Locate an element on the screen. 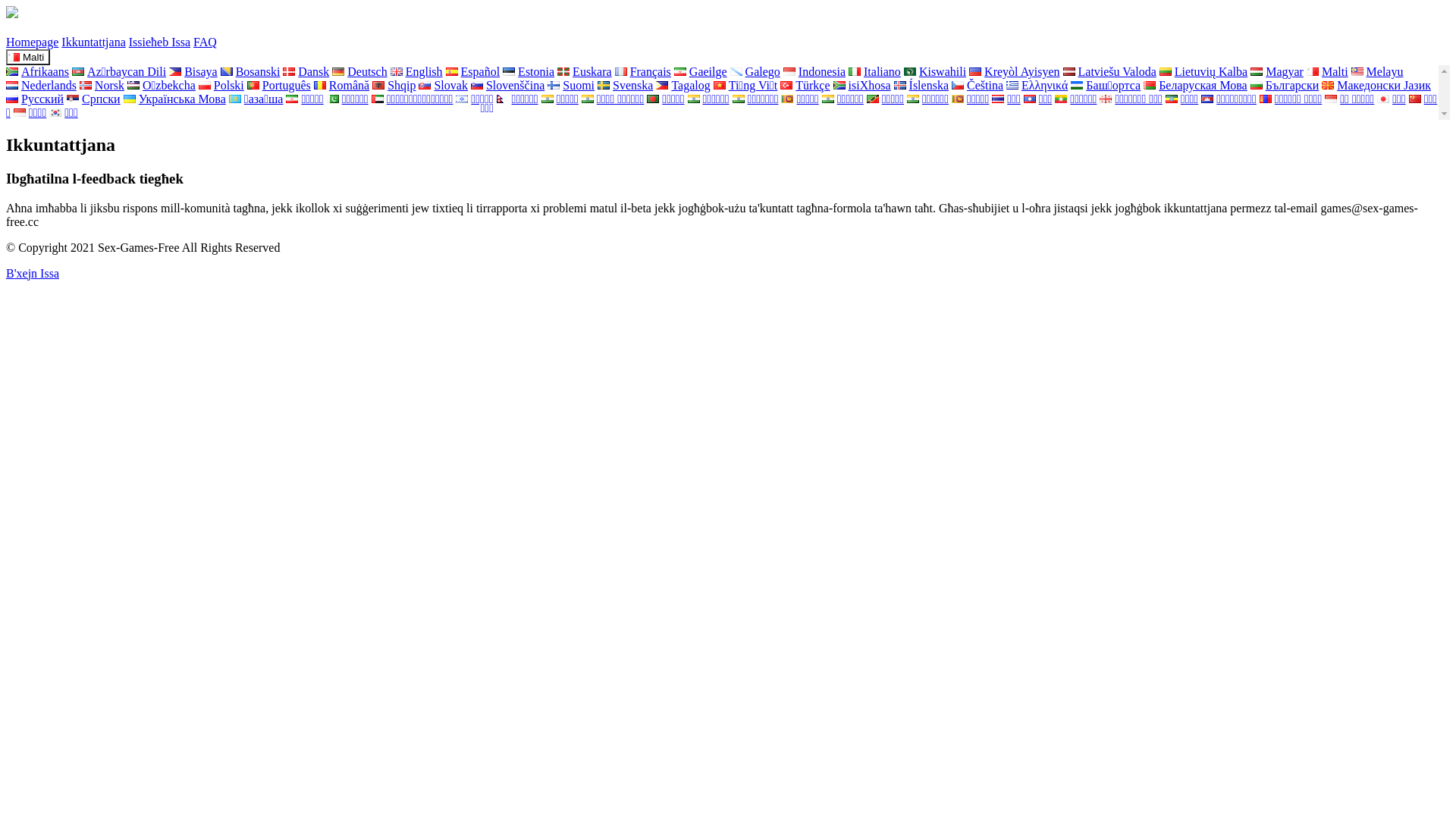 This screenshot has width=1456, height=819. 'Kiswahili' is located at coordinates (934, 71).